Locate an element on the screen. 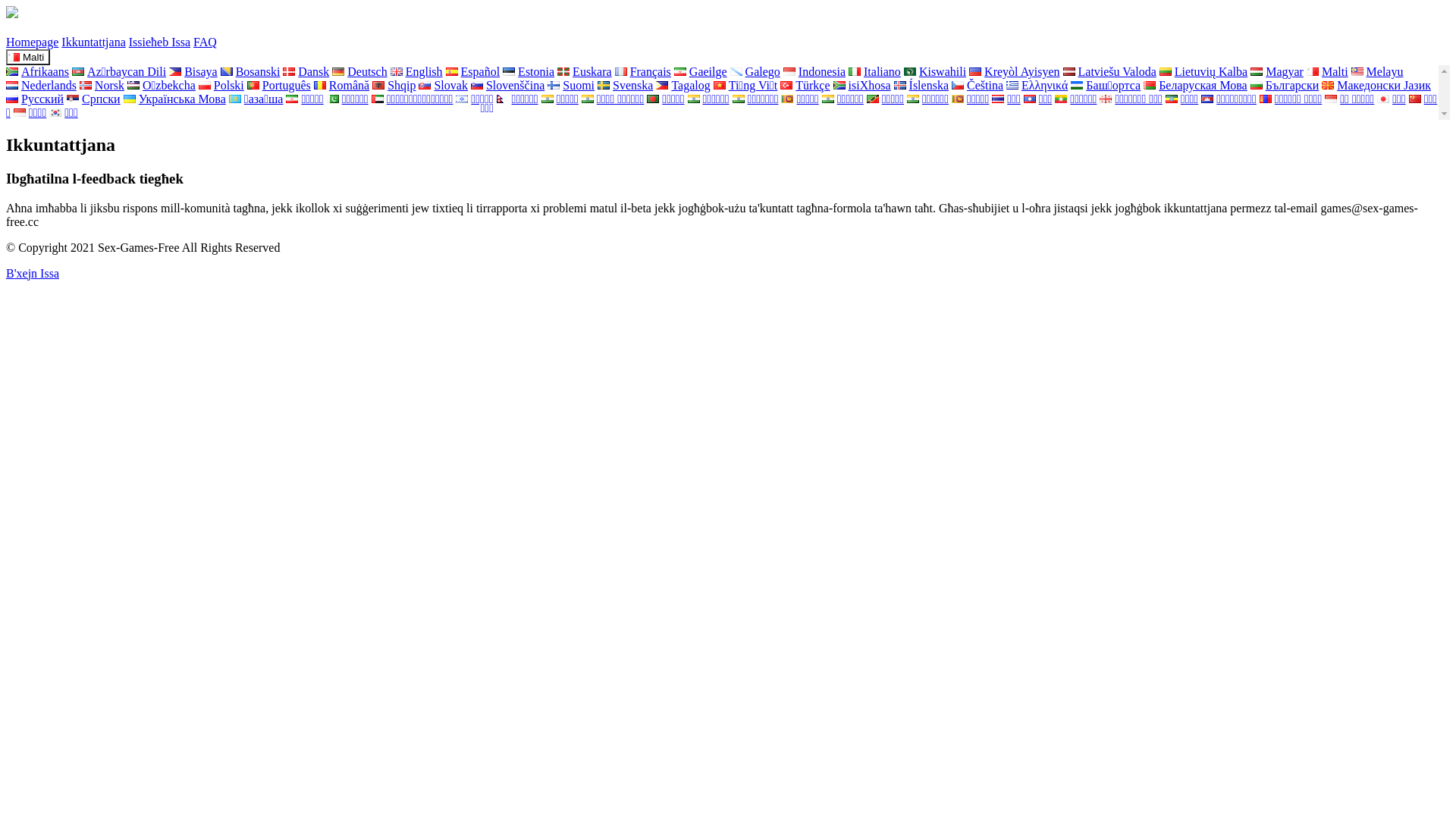 This screenshot has width=1456, height=819. 'Kiswahili' is located at coordinates (934, 71).